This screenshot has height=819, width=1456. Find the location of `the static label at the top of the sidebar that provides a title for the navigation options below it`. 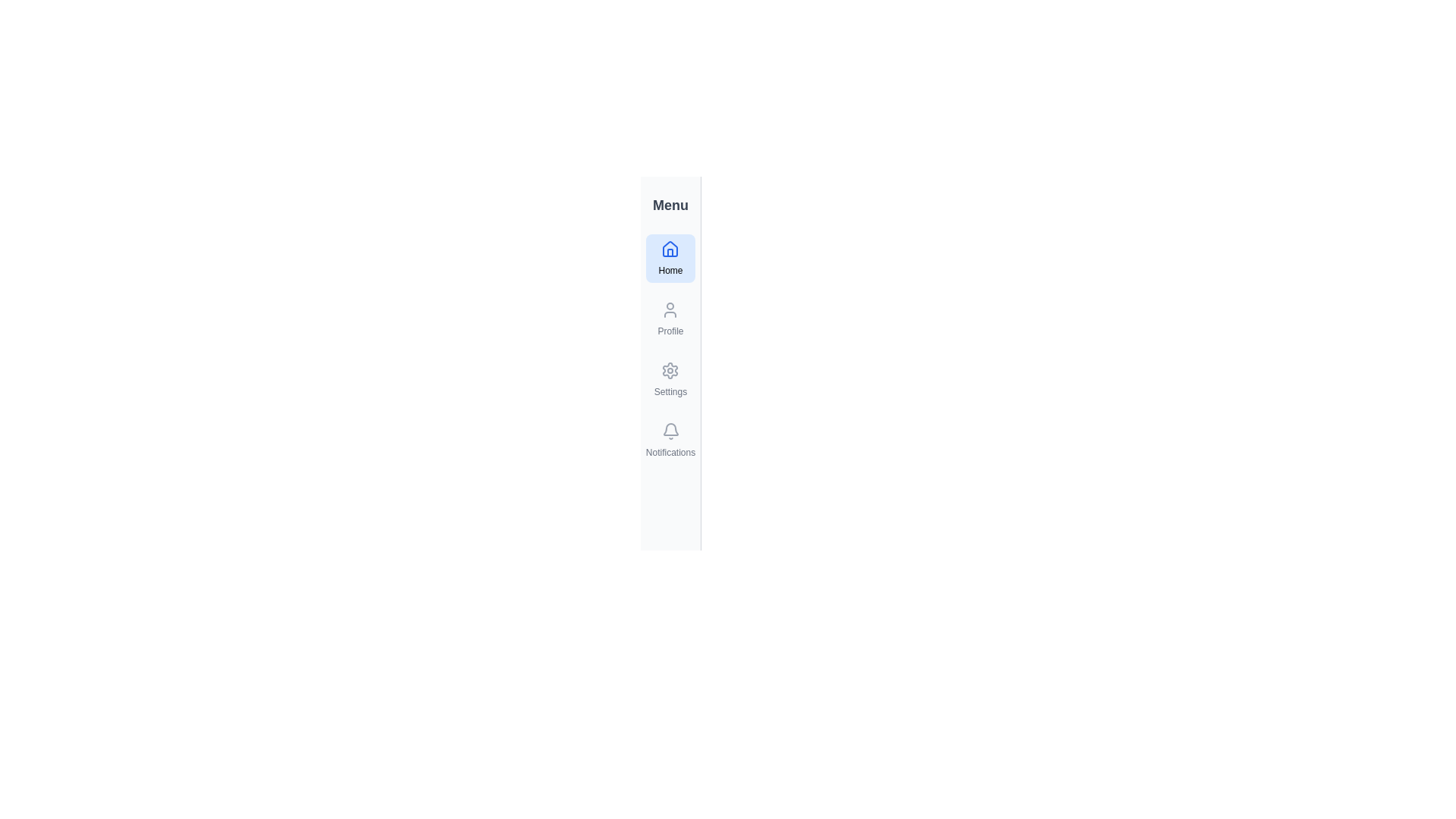

the static label at the top of the sidebar that provides a title for the navigation options below it is located at coordinates (670, 205).